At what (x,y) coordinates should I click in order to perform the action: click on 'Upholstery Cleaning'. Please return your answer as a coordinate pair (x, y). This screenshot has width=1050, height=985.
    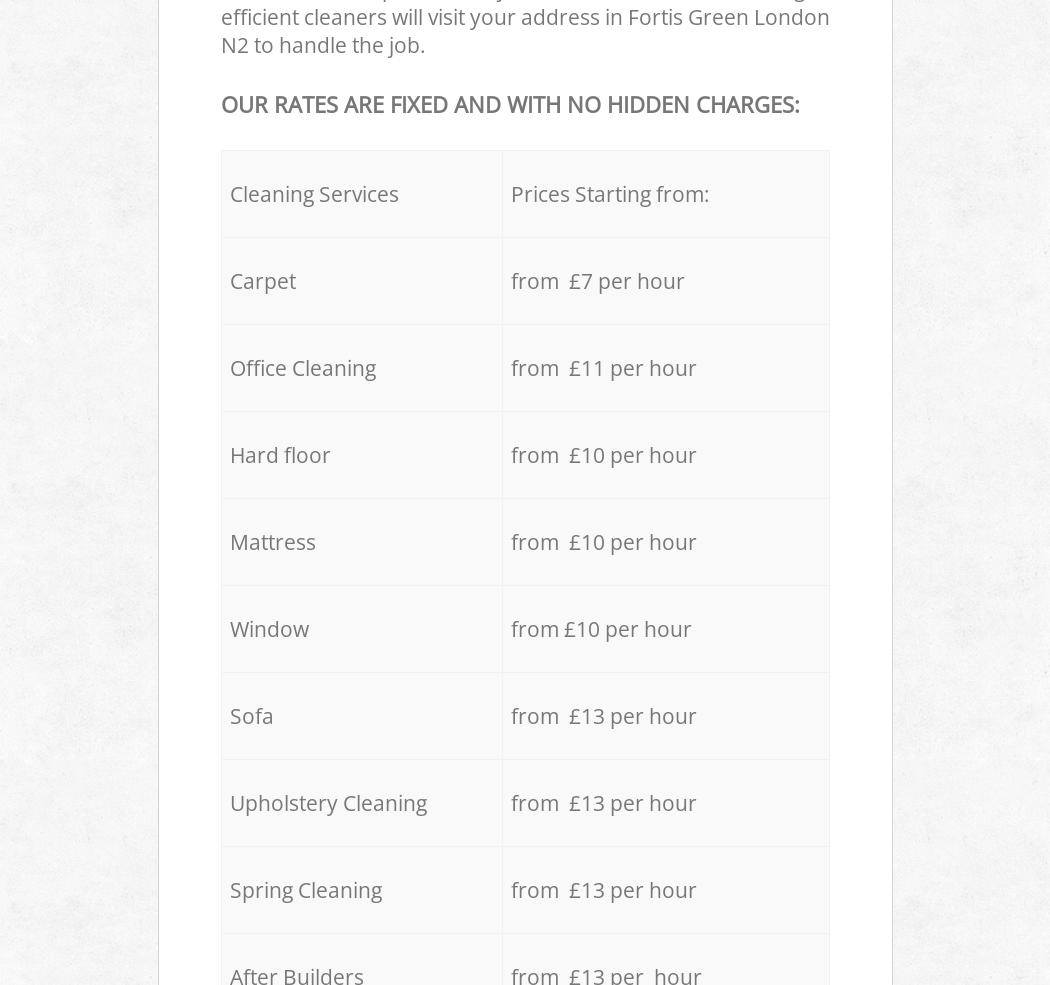
    Looking at the image, I should click on (327, 800).